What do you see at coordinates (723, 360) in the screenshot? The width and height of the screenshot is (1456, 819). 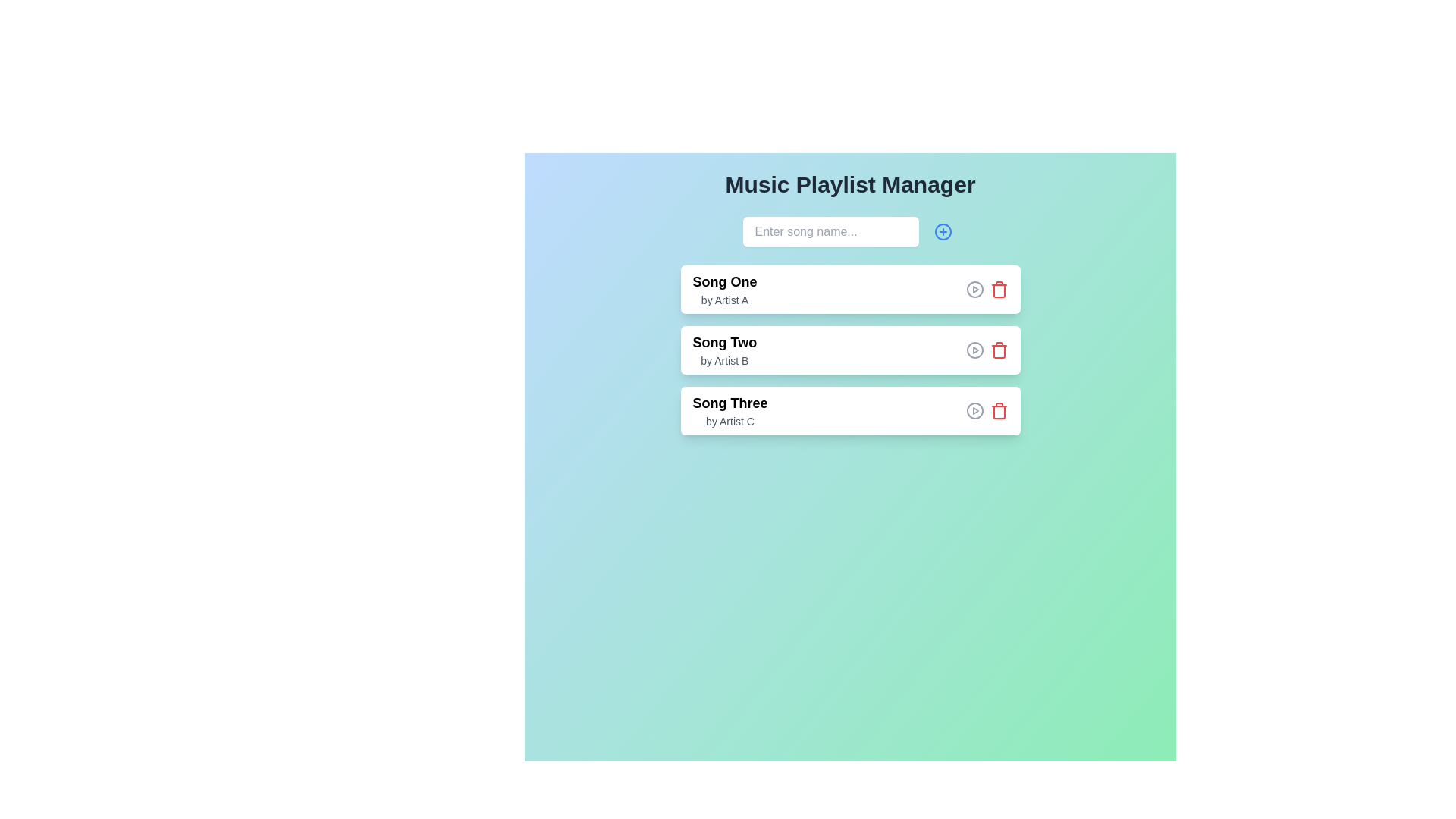 I see `the Text label displaying the artist's name for the song 'Song Two', which is located below the song title in the Music Playlist Manager interface` at bounding box center [723, 360].